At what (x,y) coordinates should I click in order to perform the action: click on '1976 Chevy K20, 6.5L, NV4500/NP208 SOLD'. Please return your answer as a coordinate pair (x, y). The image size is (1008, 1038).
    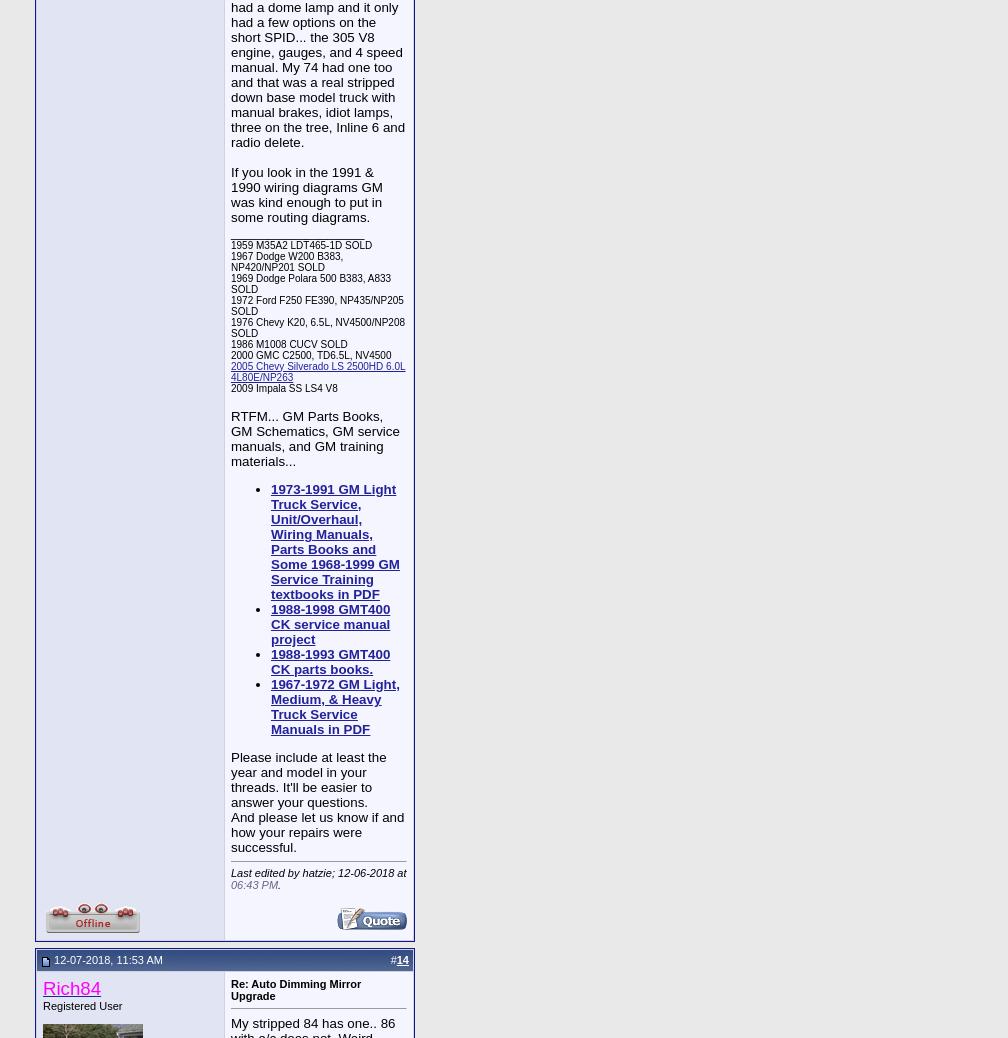
    Looking at the image, I should click on (318, 326).